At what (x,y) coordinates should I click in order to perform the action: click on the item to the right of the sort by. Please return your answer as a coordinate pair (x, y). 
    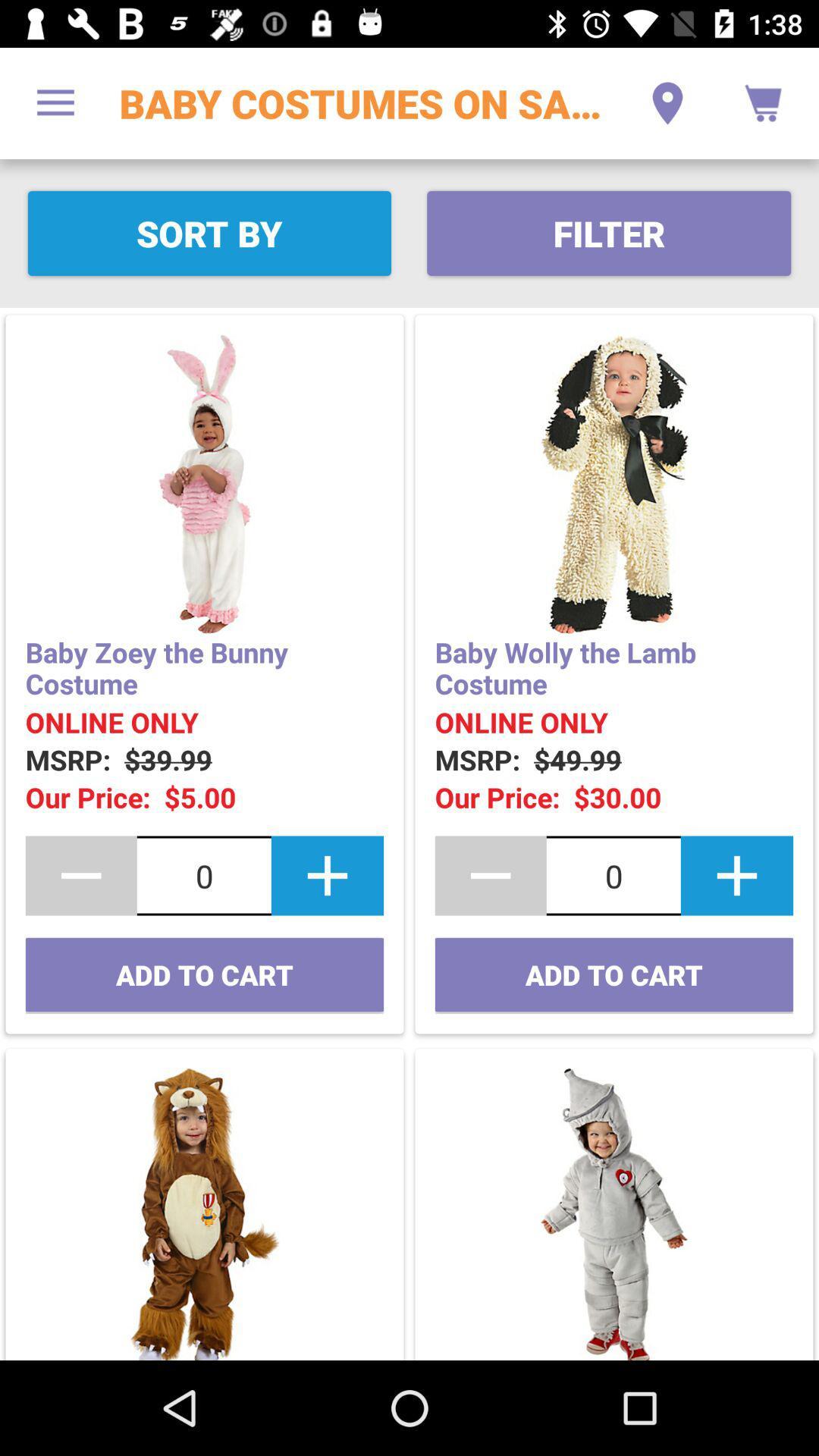
    Looking at the image, I should click on (608, 232).